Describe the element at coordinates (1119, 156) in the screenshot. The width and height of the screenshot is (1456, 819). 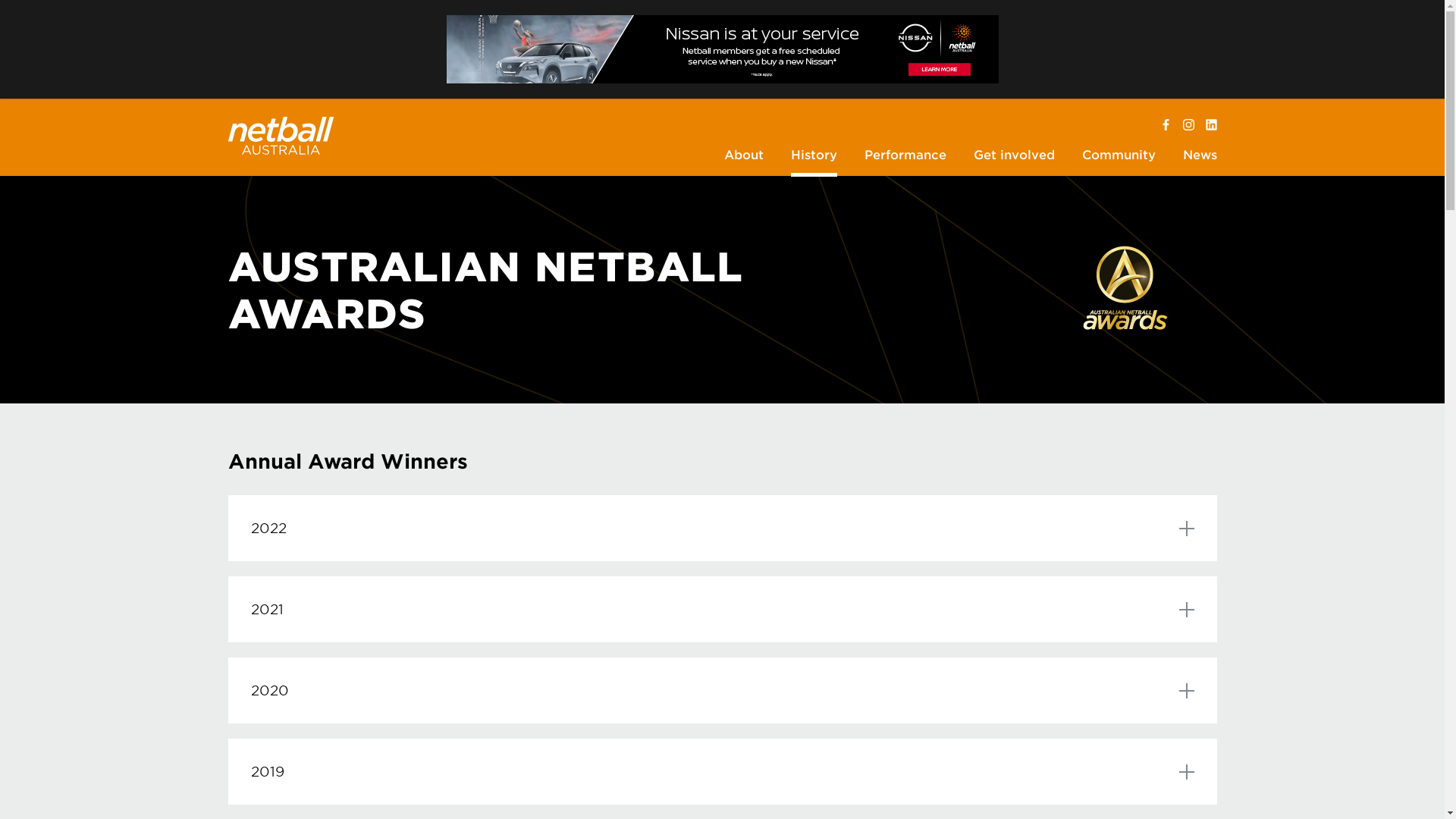
I see `'Community'` at that location.